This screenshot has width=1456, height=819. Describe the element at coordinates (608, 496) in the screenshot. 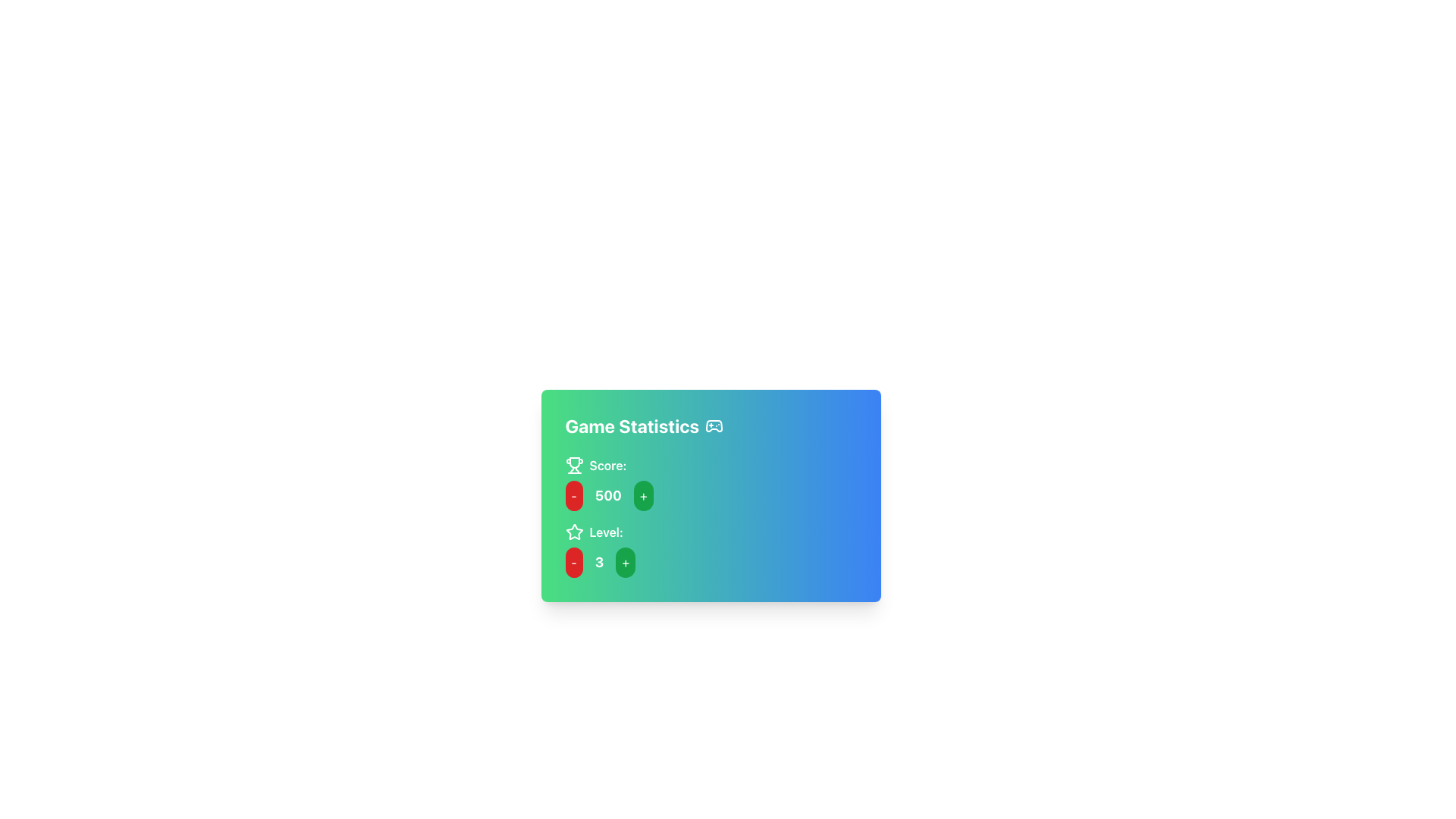

I see `the numeric value '500' displayed prominently in bold and large font under the section titled 'Score:'` at that location.